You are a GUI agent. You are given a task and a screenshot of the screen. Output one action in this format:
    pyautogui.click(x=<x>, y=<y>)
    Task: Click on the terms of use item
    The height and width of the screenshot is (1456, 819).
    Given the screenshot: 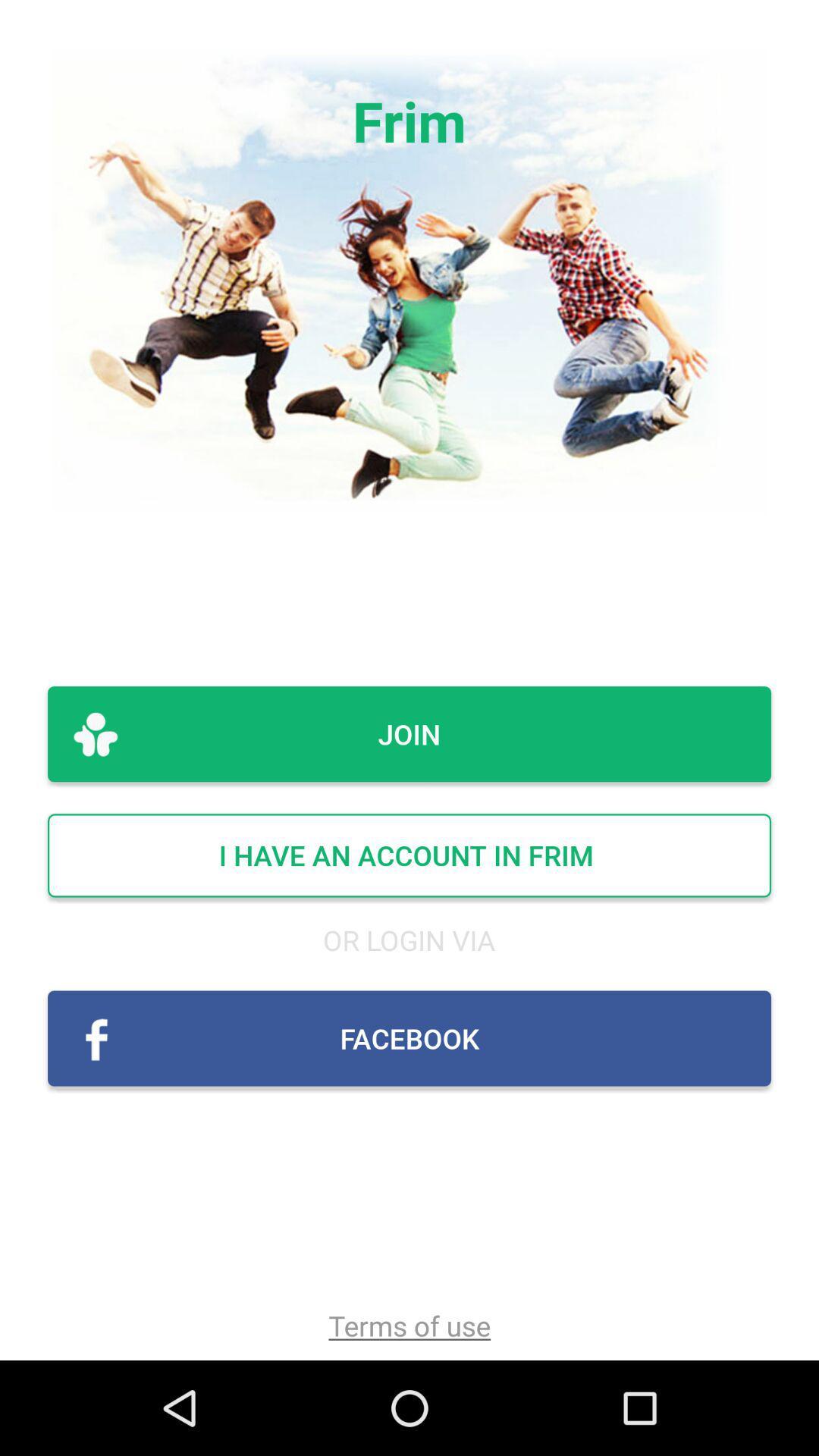 What is the action you would take?
    pyautogui.click(x=409, y=1325)
    